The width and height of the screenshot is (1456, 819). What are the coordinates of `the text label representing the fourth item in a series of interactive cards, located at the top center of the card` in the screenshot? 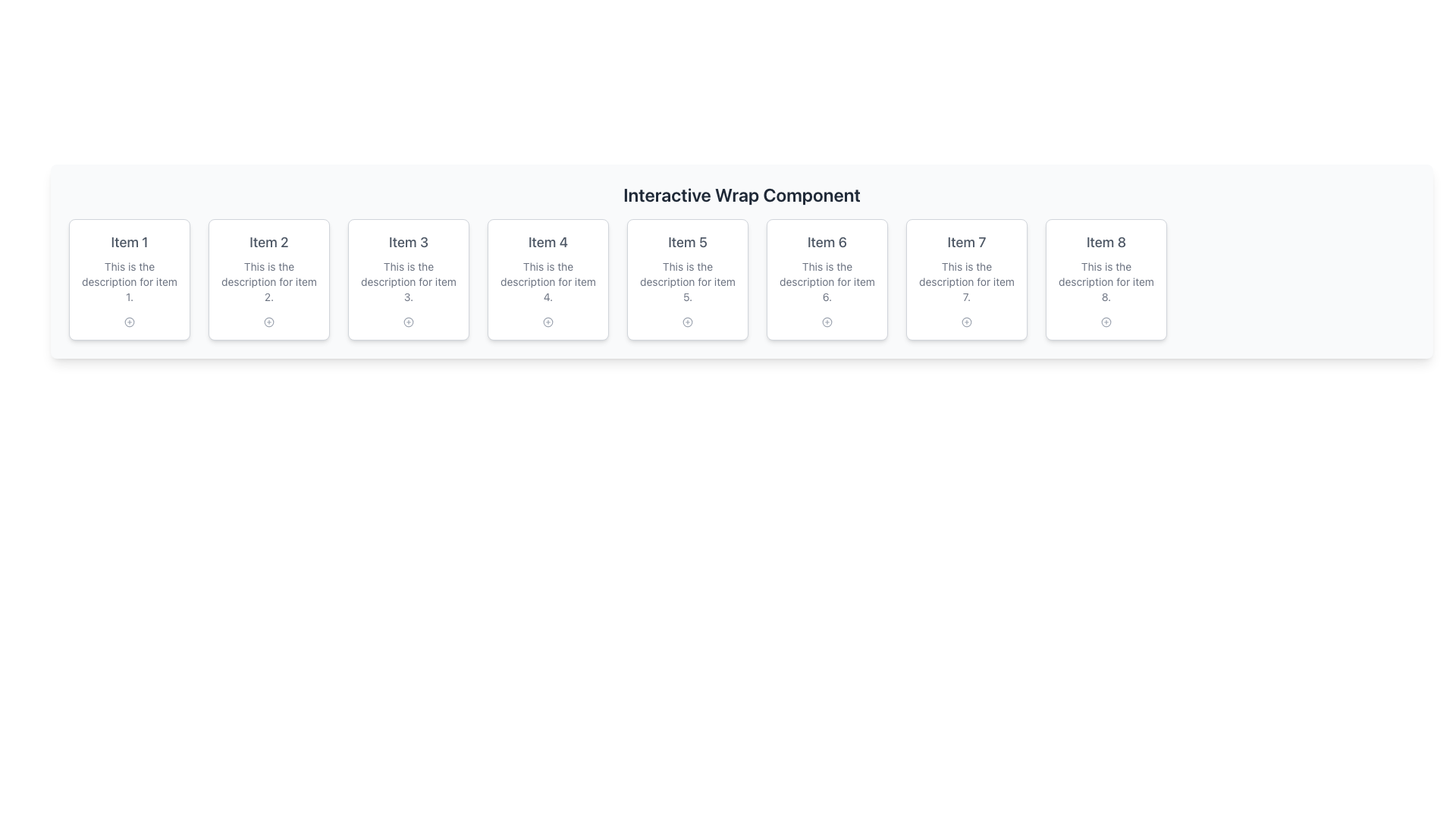 It's located at (548, 242).